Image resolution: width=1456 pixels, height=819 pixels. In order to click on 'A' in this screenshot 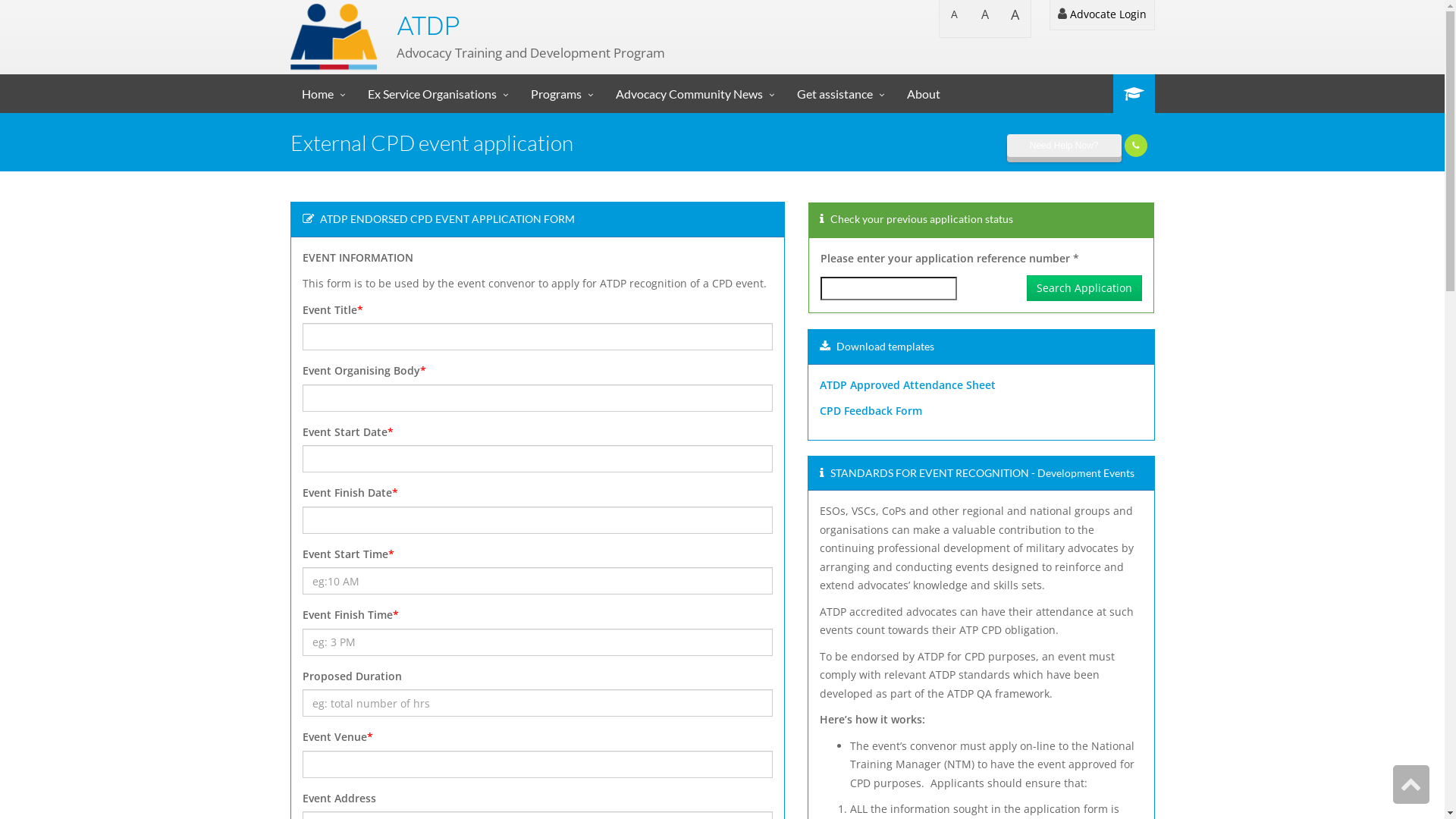, I will do `click(984, 18)`.